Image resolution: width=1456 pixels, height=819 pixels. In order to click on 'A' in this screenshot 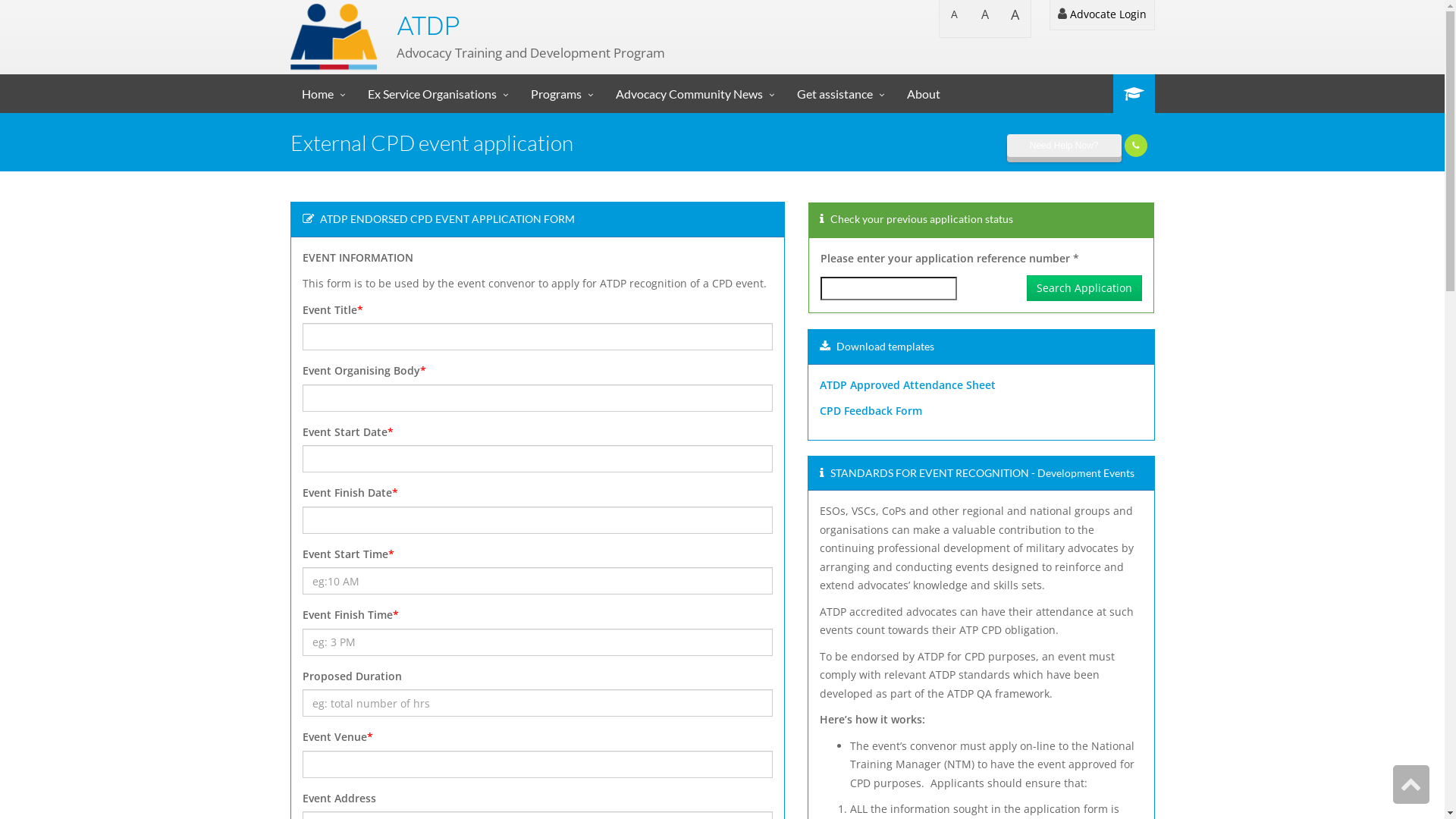, I will do `click(984, 18)`.